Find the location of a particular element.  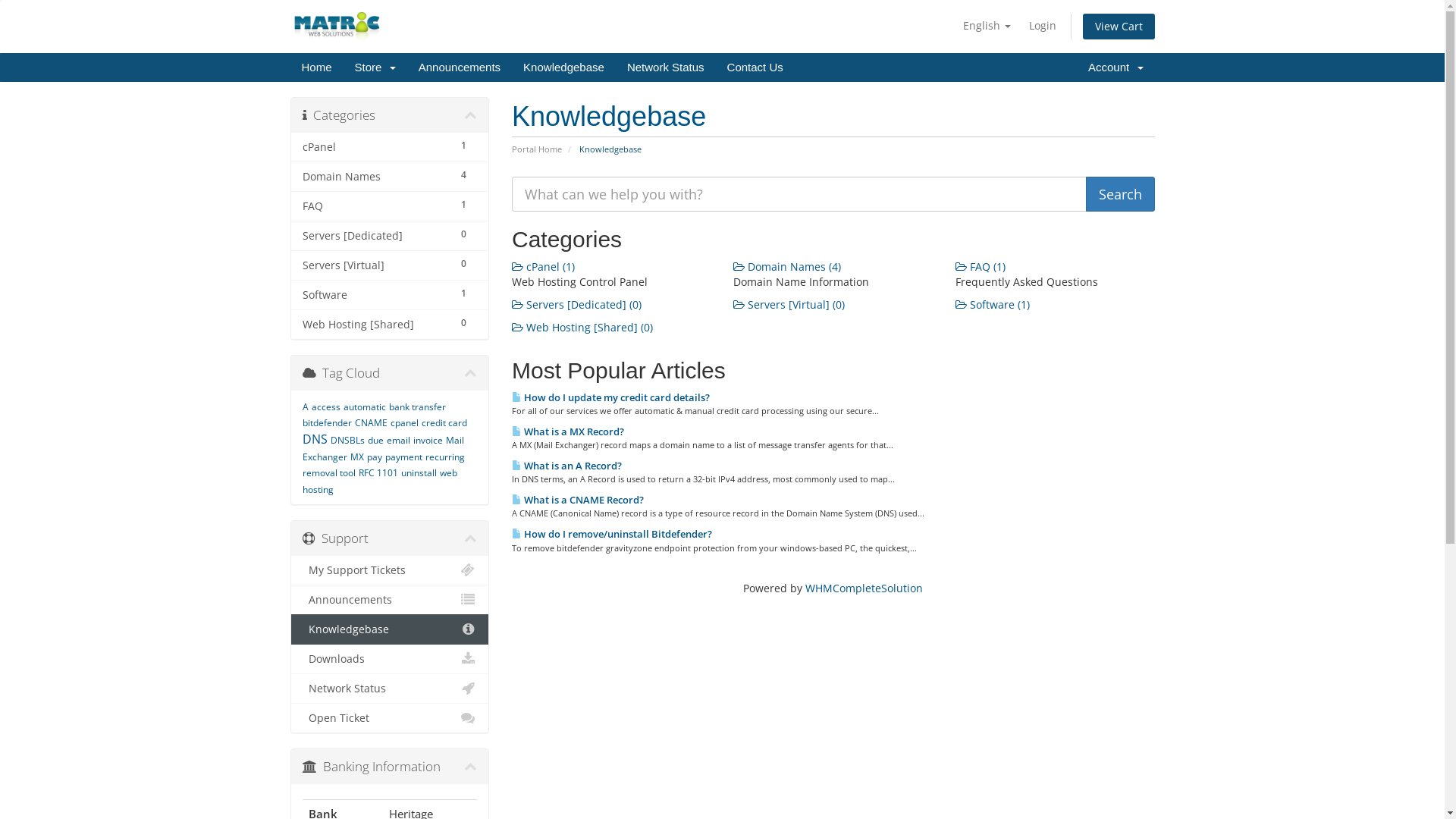

'4 is located at coordinates (390, 175).